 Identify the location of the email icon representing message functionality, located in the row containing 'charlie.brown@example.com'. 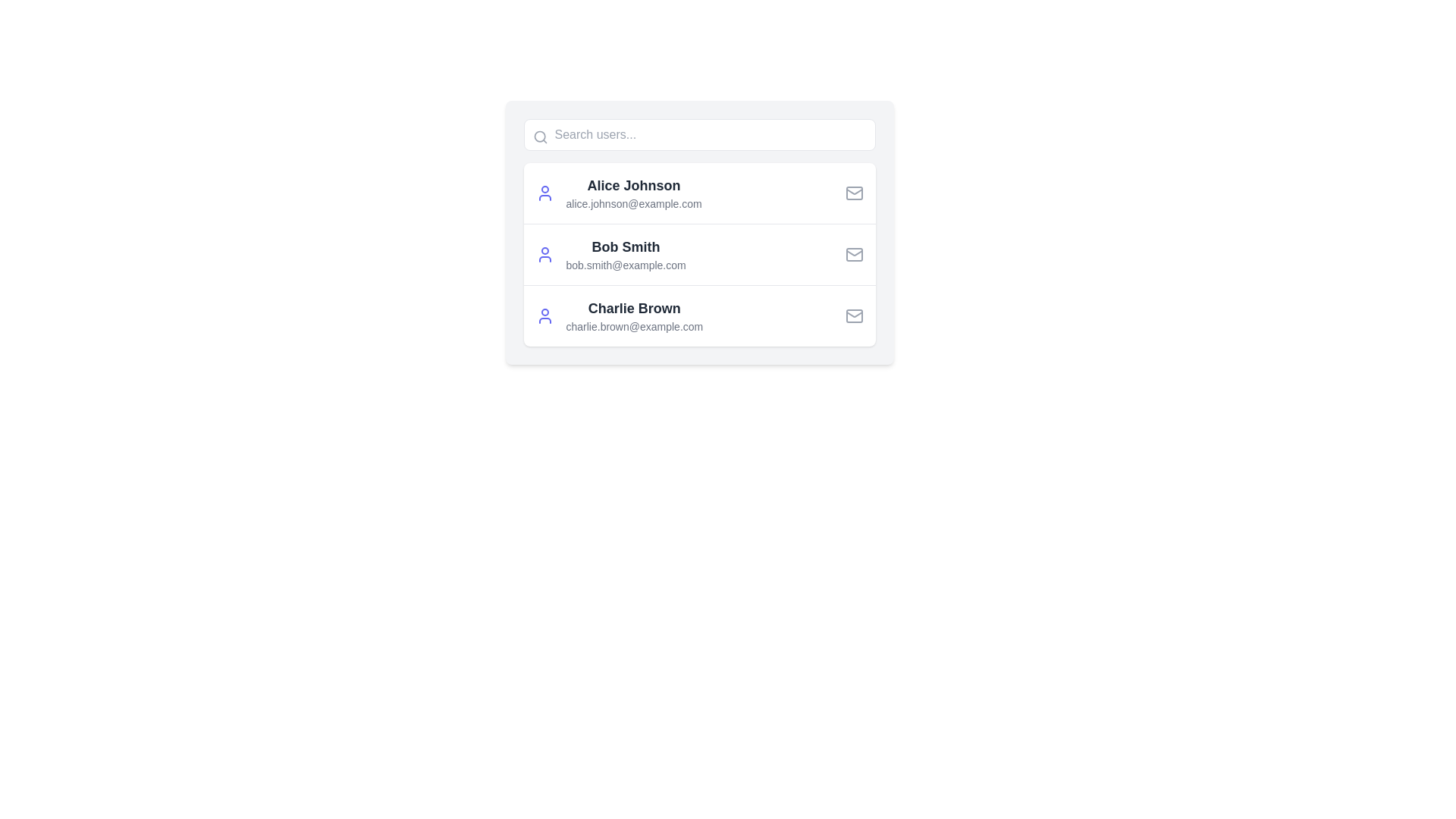
(854, 315).